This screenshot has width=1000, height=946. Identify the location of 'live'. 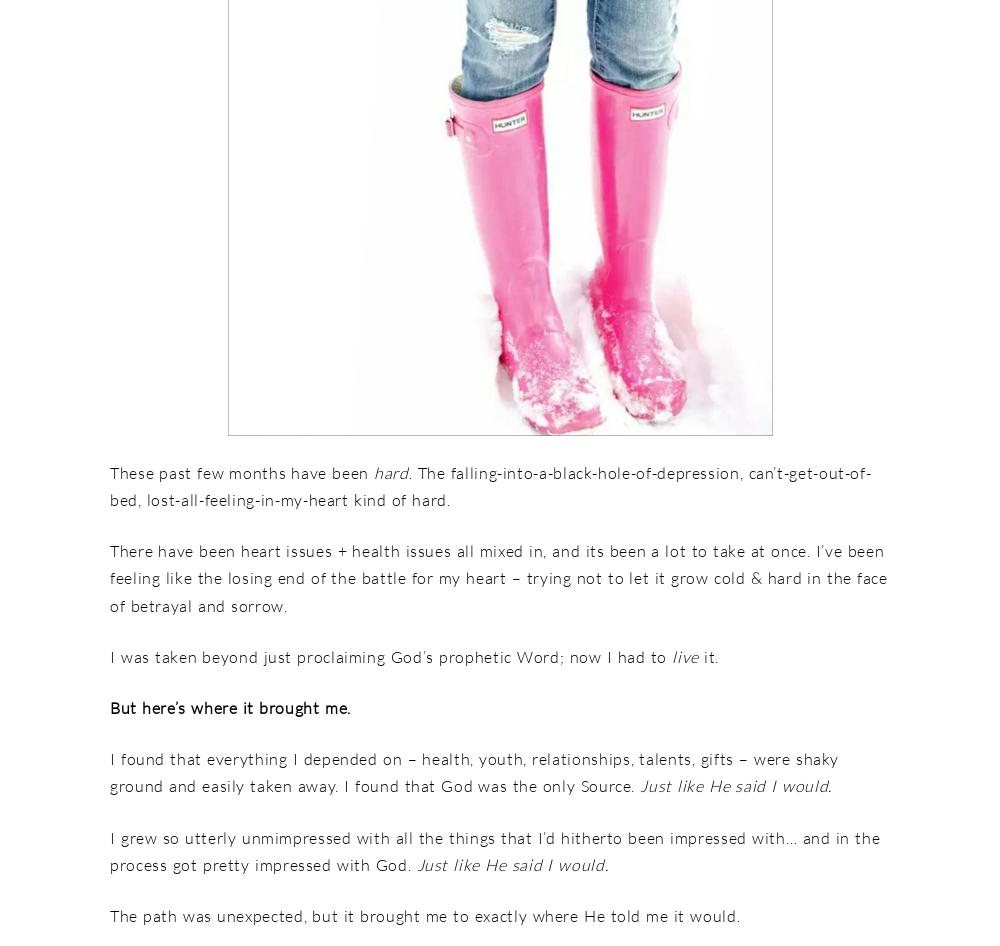
(688, 655).